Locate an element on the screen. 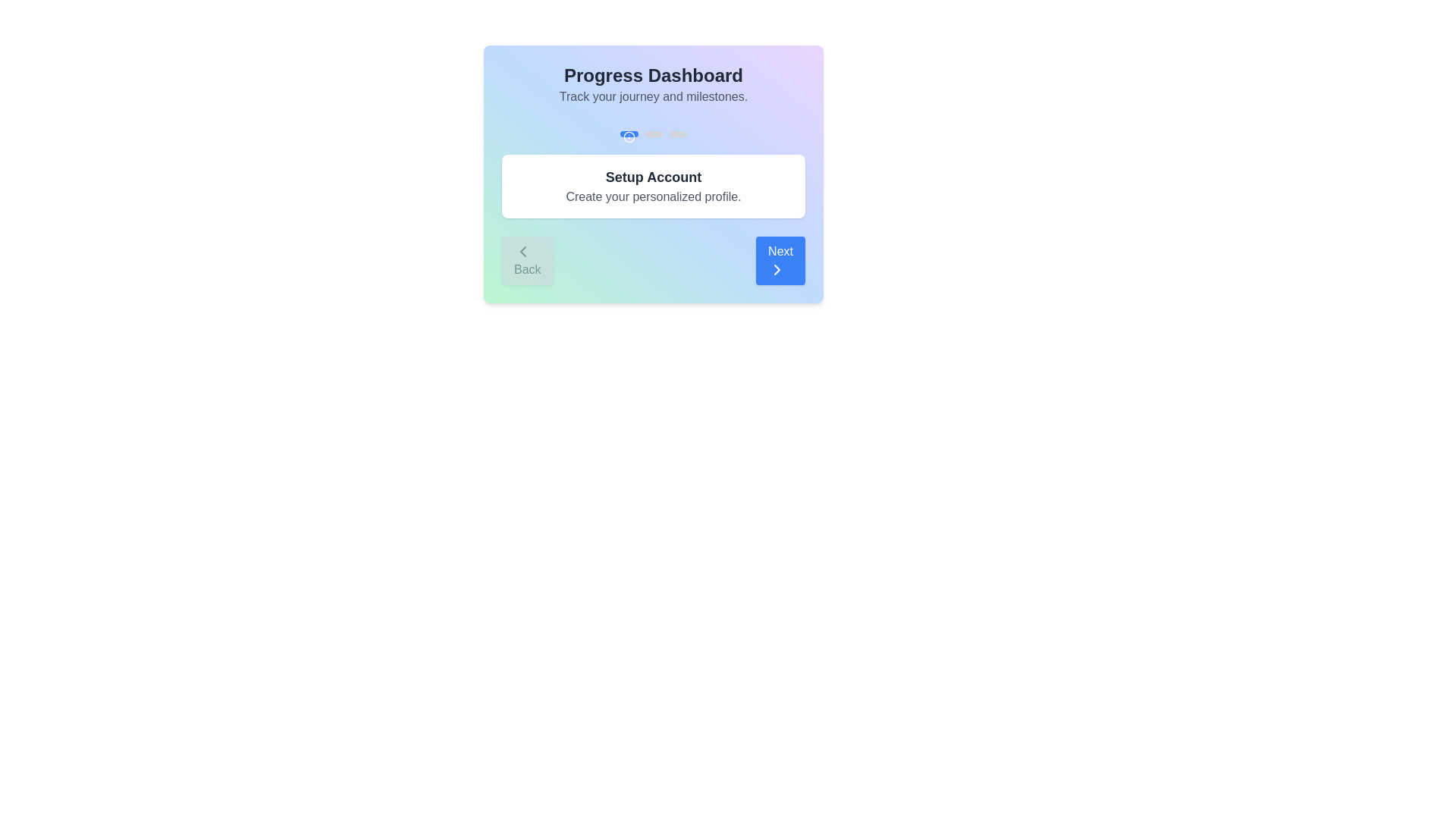  the 'Next' button to navigate to the next step is located at coordinates (780, 259).